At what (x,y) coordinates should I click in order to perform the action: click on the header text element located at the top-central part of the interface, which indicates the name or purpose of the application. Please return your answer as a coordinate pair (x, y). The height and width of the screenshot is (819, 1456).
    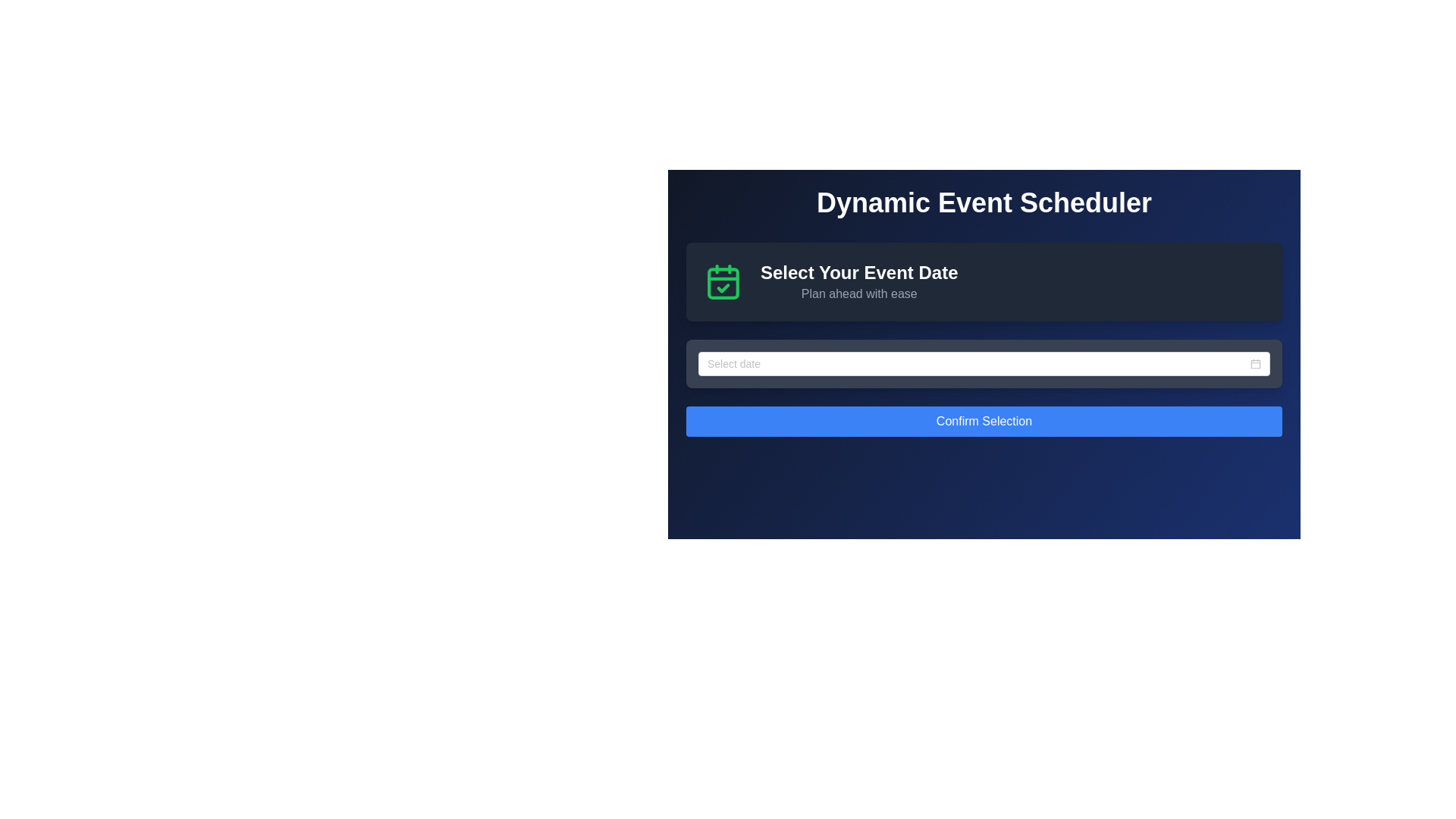
    Looking at the image, I should click on (984, 202).